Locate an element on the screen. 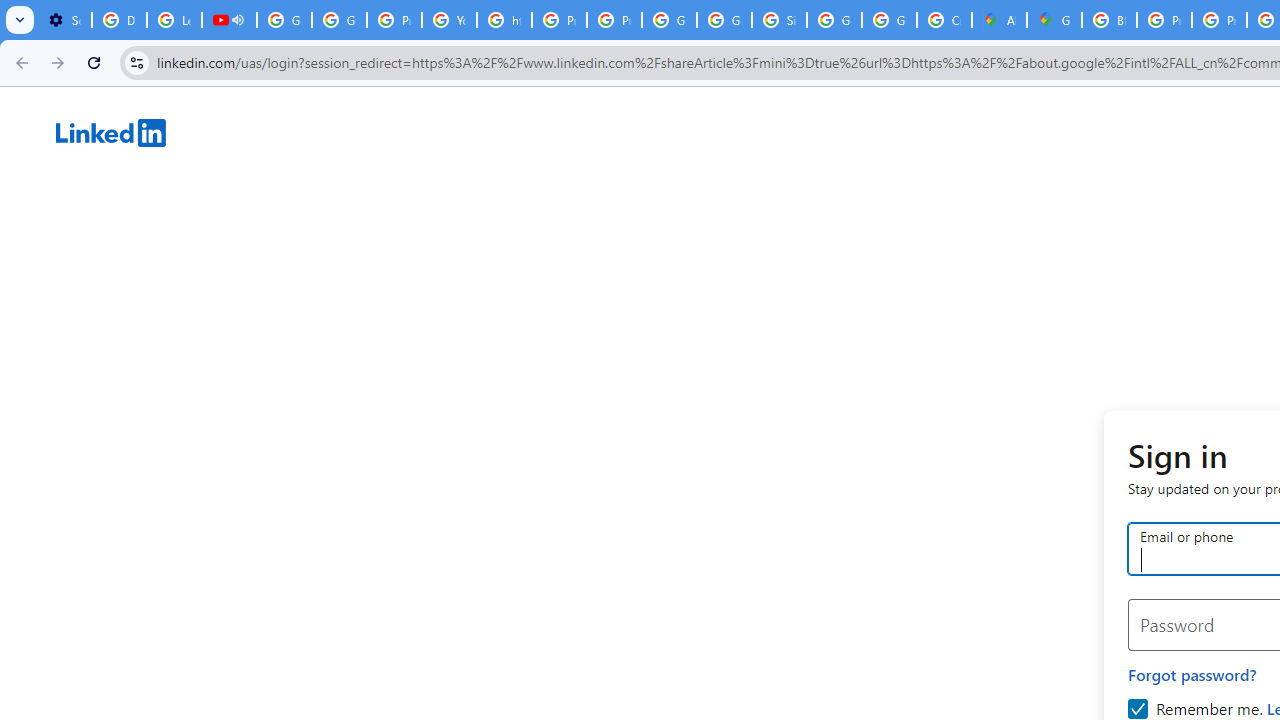 The image size is (1280, 720). 'Learn how to find your photos - Google Photos Help' is located at coordinates (174, 20).